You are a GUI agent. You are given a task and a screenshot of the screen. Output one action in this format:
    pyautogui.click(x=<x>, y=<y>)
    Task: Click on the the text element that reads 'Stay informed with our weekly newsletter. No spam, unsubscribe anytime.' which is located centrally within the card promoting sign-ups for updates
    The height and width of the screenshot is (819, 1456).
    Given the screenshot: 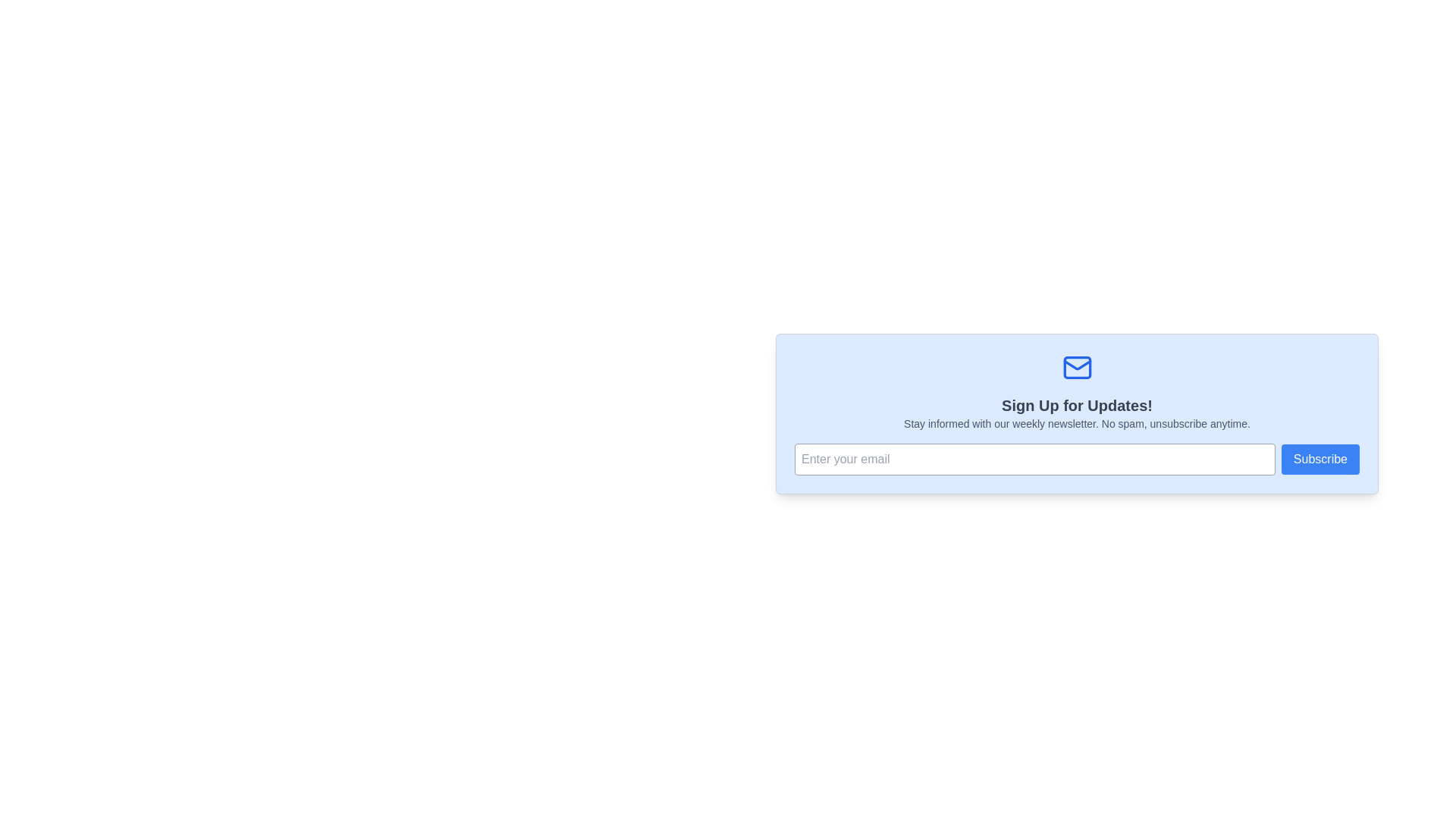 What is the action you would take?
    pyautogui.click(x=1076, y=424)
    